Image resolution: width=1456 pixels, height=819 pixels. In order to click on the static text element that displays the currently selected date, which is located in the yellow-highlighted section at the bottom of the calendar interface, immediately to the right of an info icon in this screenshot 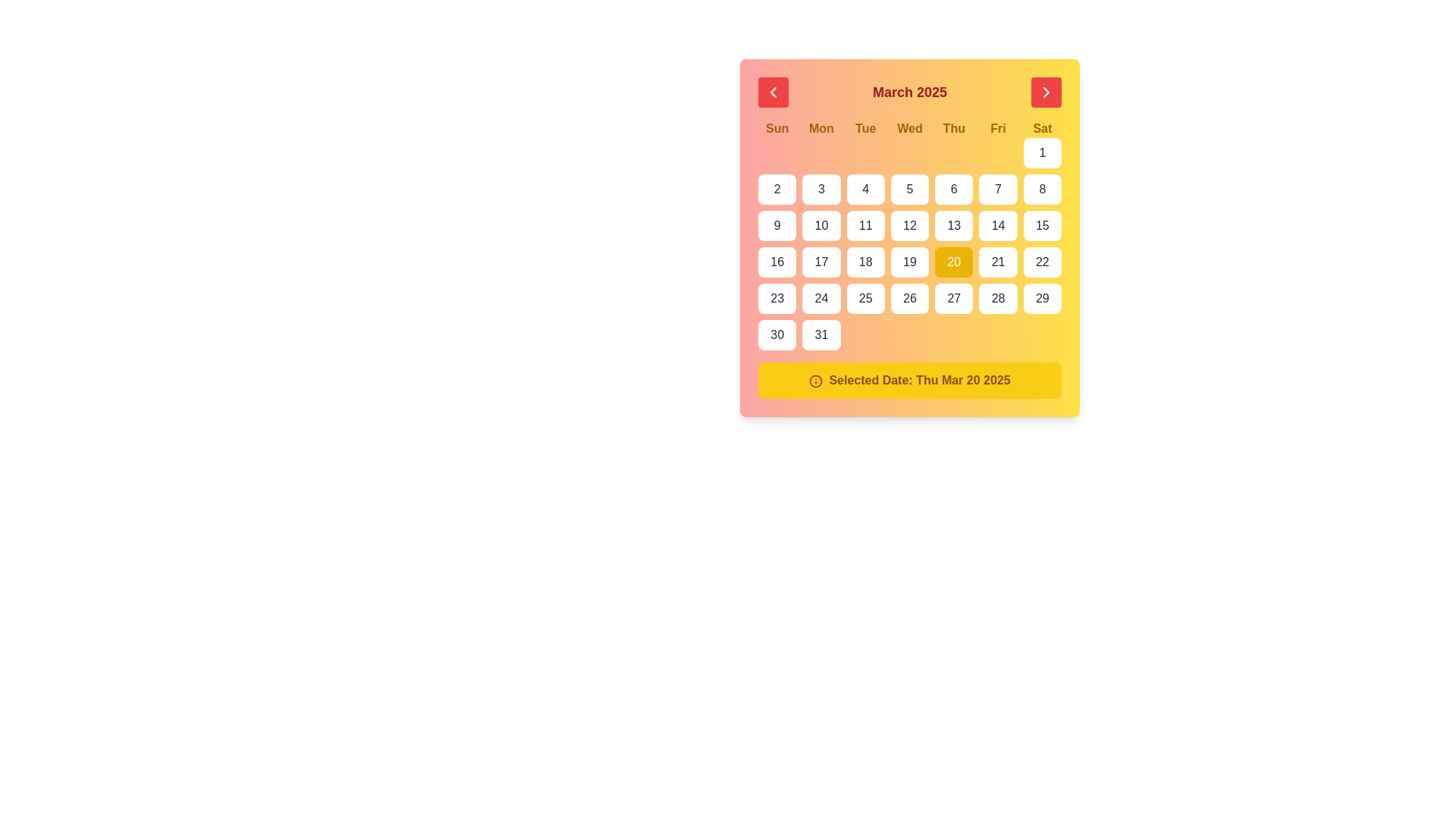, I will do `click(919, 379)`.